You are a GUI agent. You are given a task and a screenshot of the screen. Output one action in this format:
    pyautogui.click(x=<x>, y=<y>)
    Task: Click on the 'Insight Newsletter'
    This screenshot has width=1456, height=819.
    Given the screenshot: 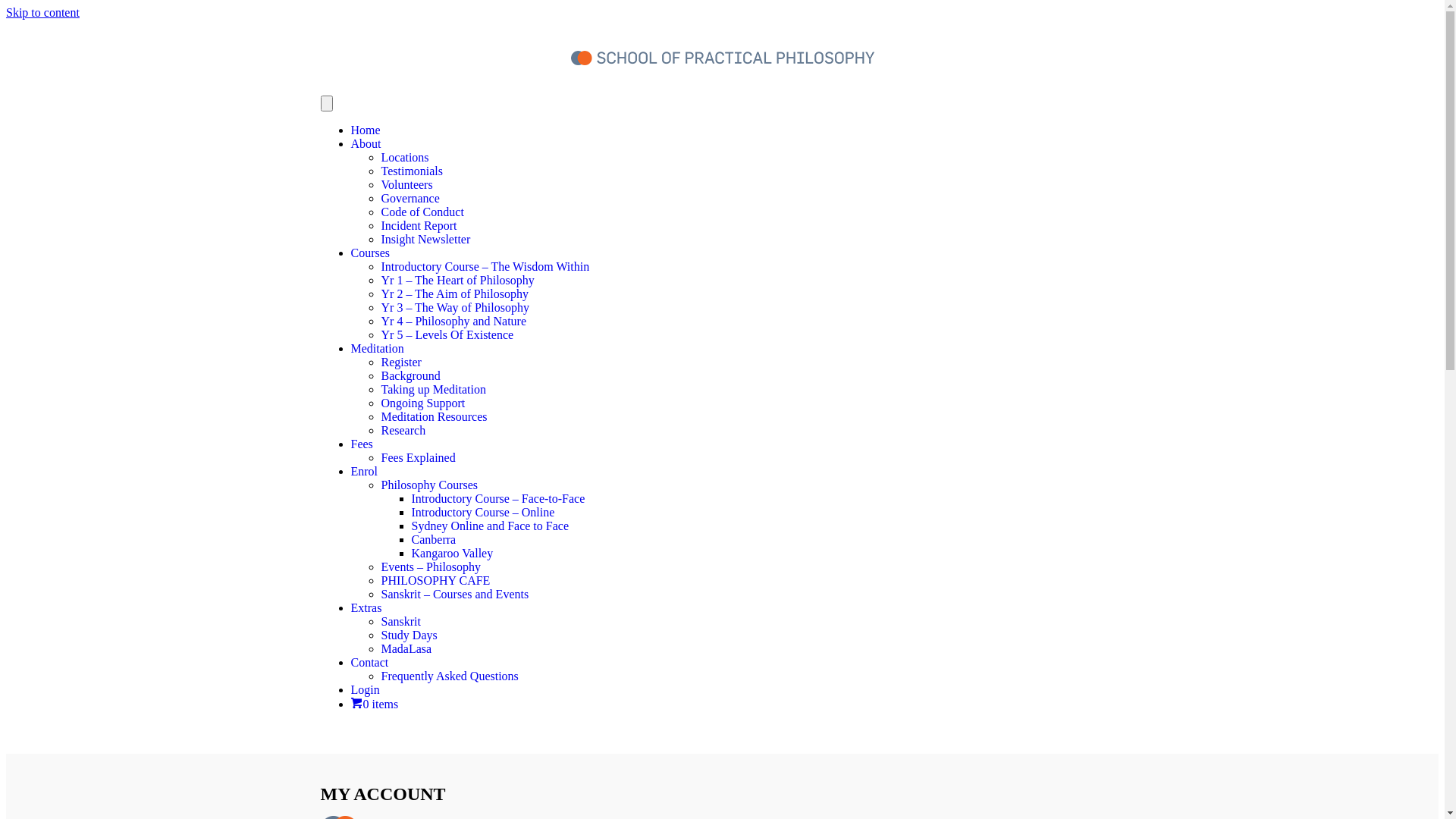 What is the action you would take?
    pyautogui.click(x=425, y=239)
    